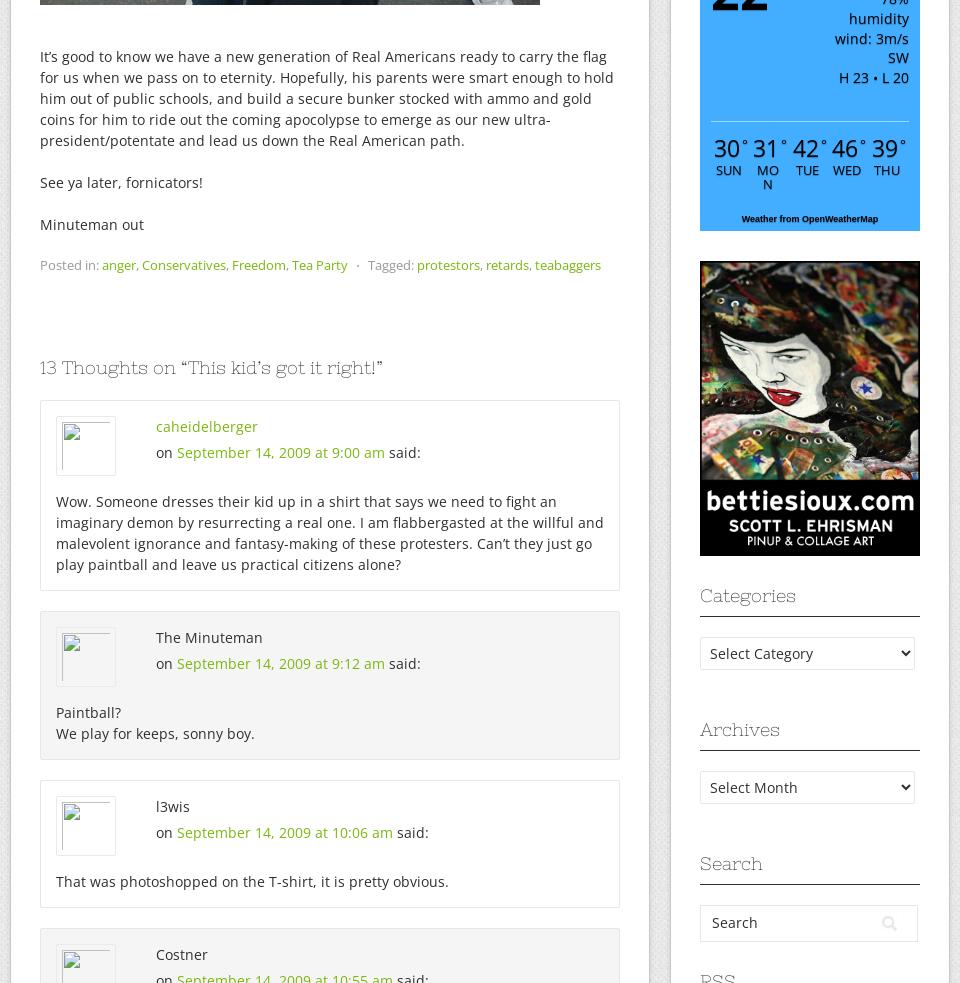 This screenshot has height=983, width=960. Describe the element at coordinates (484, 265) in the screenshot. I see `'retards'` at that location.